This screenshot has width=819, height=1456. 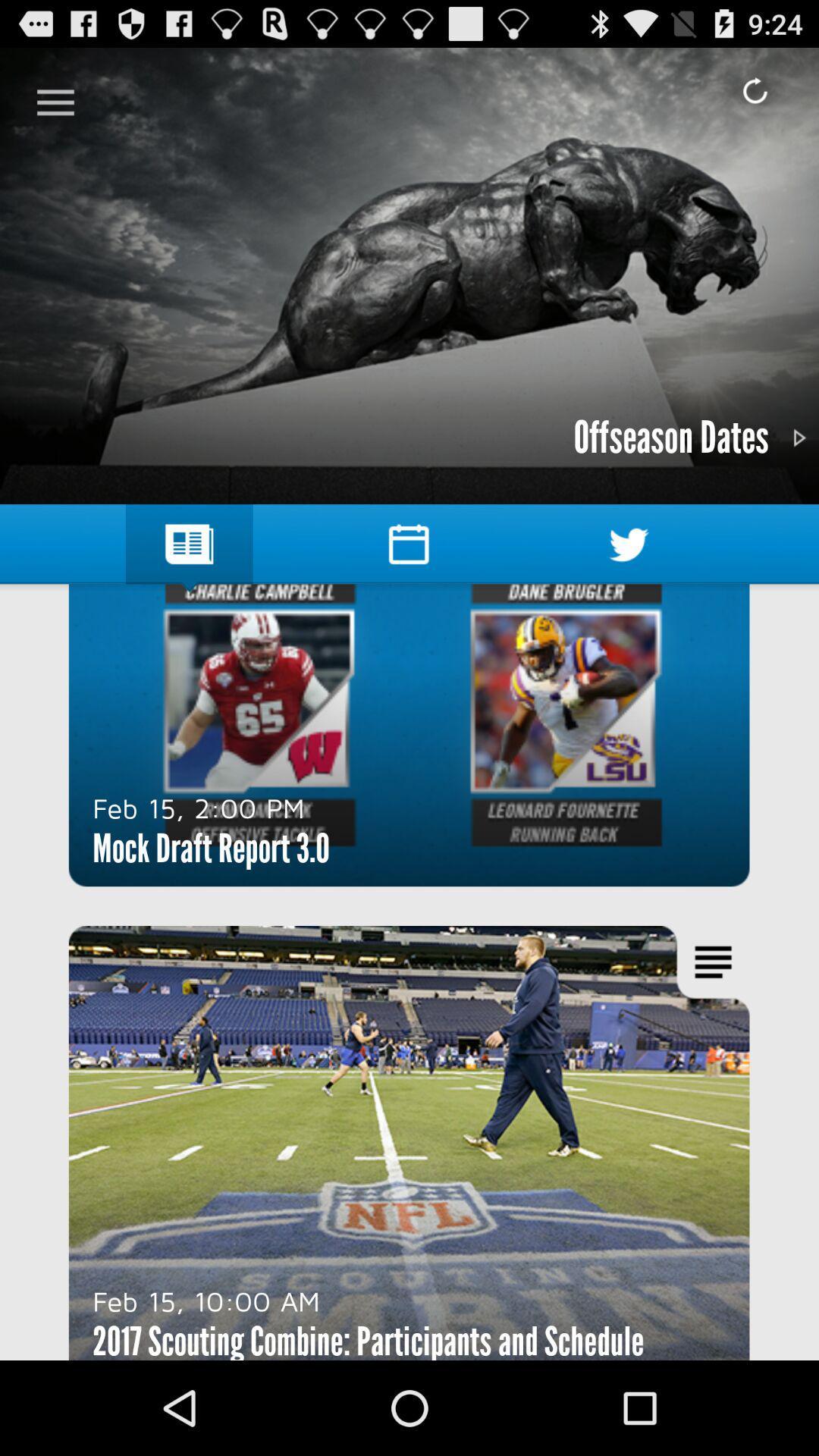 What do you see at coordinates (755, 90) in the screenshot?
I see `refresh icon` at bounding box center [755, 90].